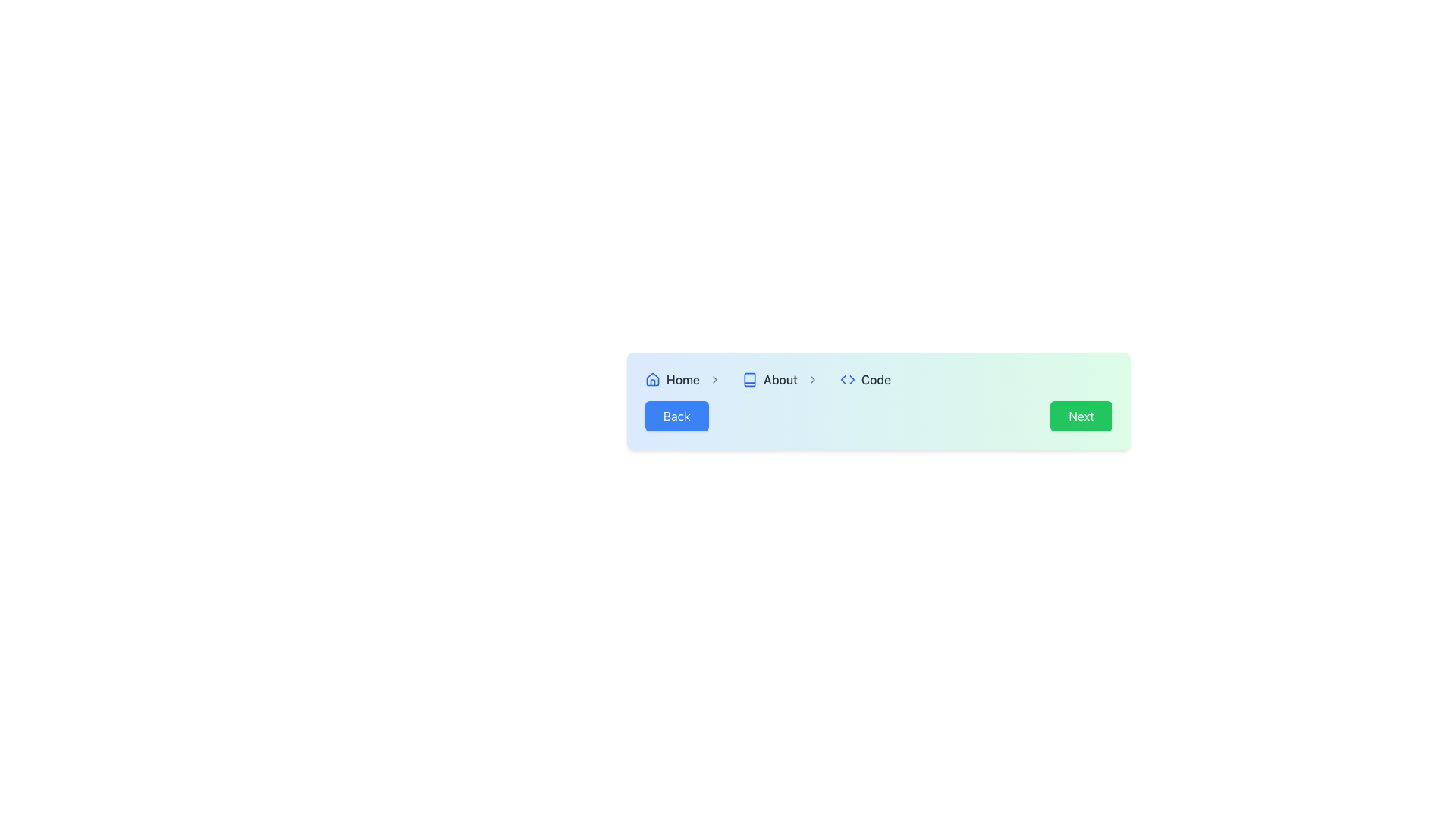 The height and width of the screenshot is (819, 1456). I want to click on the 'About' icon in the breadcrumb navigation bar, which is positioned to the left of the 'About' label and to the right of the home icon, so click(749, 379).